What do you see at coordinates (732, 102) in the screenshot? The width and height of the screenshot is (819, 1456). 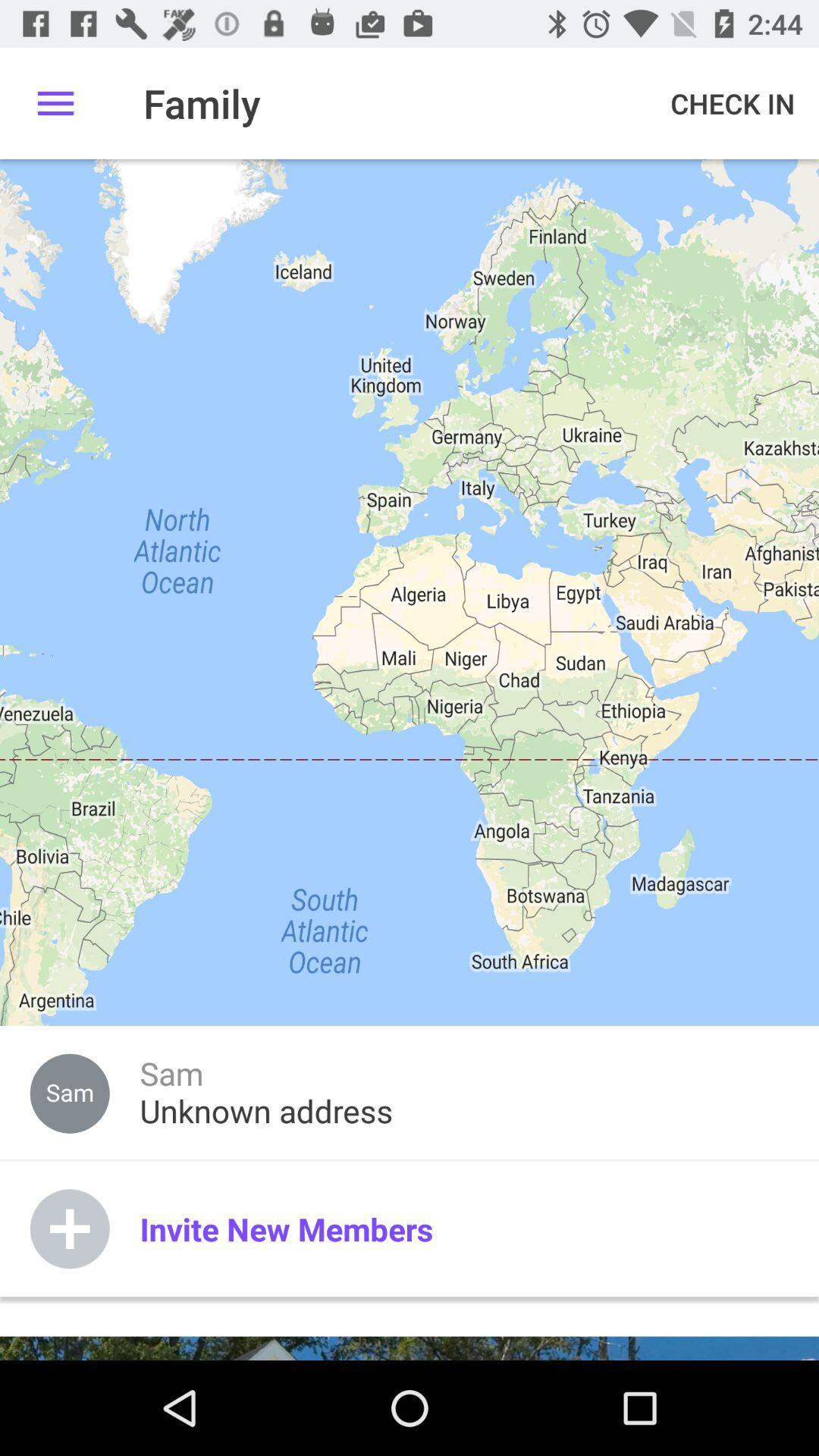 I see `the check in at the top right corner` at bounding box center [732, 102].